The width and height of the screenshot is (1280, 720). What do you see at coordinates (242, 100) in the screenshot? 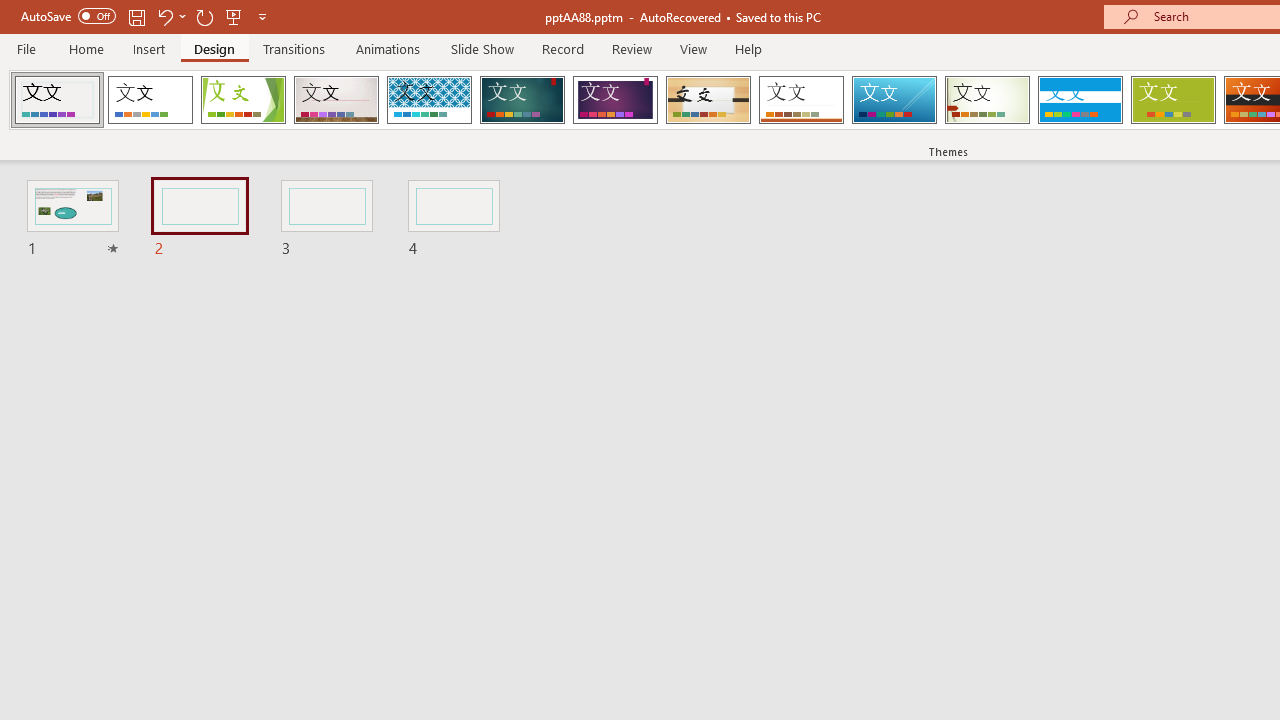
I see `'Facet'` at bounding box center [242, 100].